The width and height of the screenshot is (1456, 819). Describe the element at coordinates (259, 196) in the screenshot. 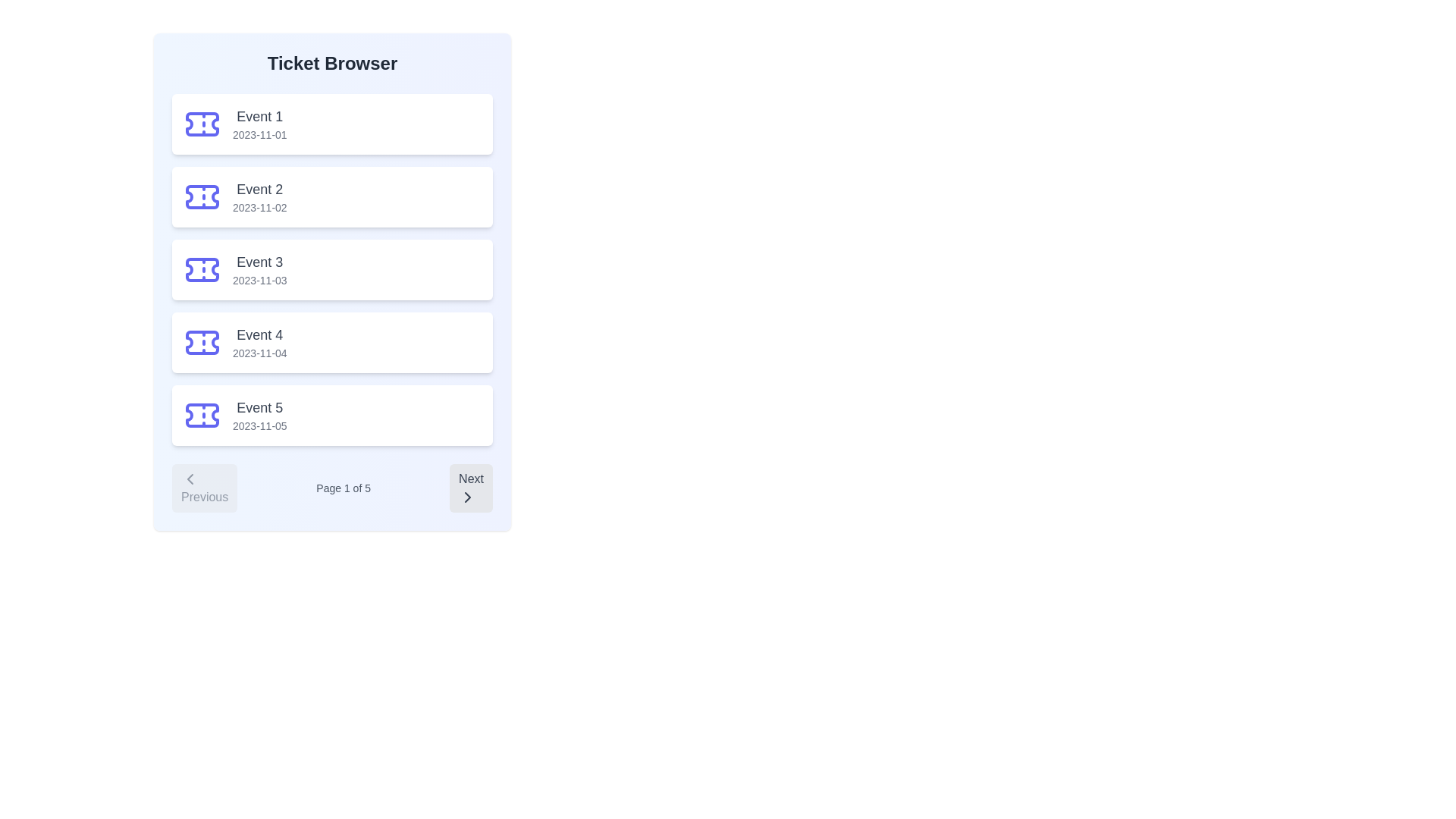

I see `the text block element displaying 'Event 2' as the title and '2023-11-02' as the subtitle` at that location.